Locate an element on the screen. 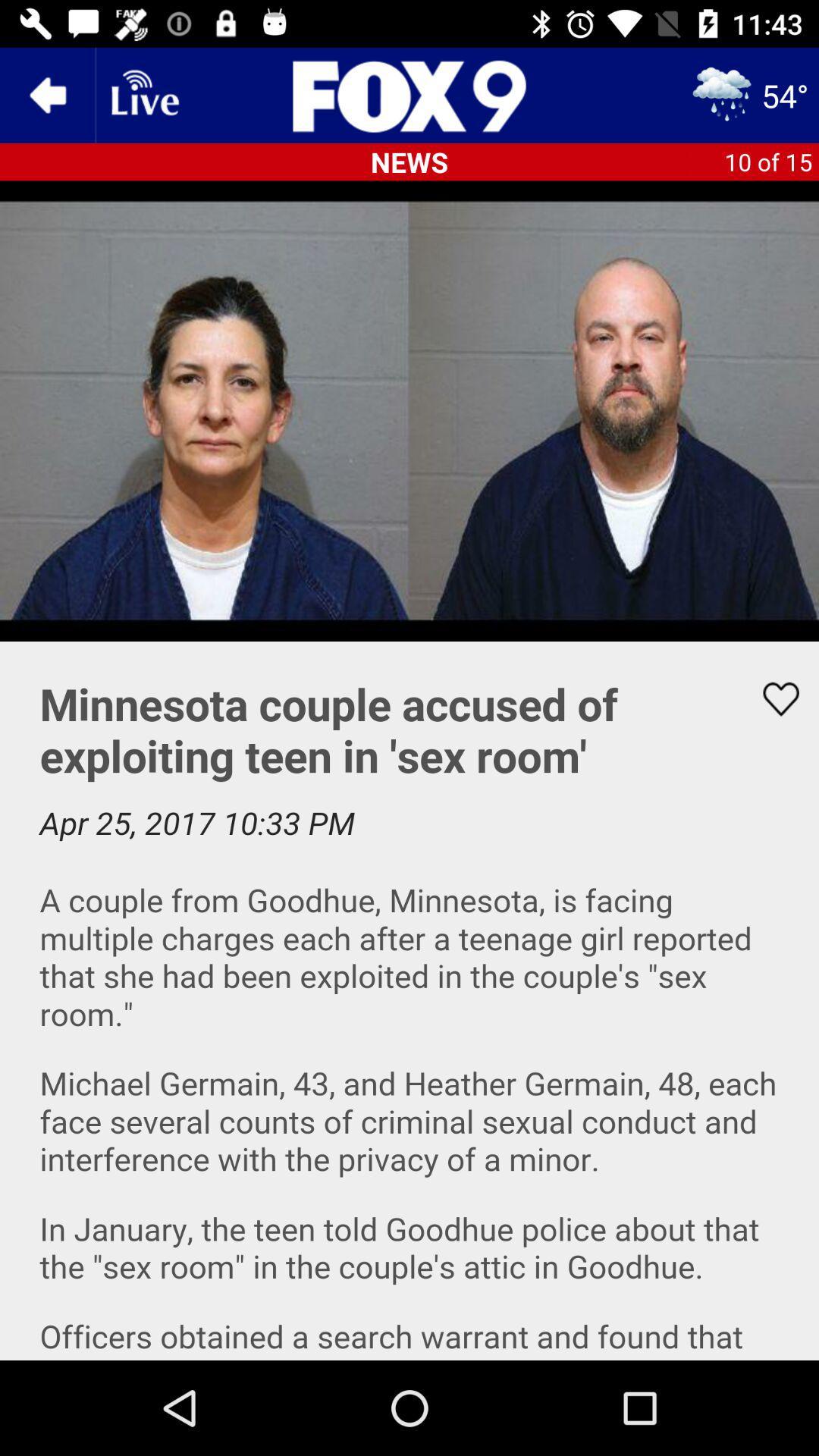 The height and width of the screenshot is (1456, 819). open full story is located at coordinates (409, 1001).